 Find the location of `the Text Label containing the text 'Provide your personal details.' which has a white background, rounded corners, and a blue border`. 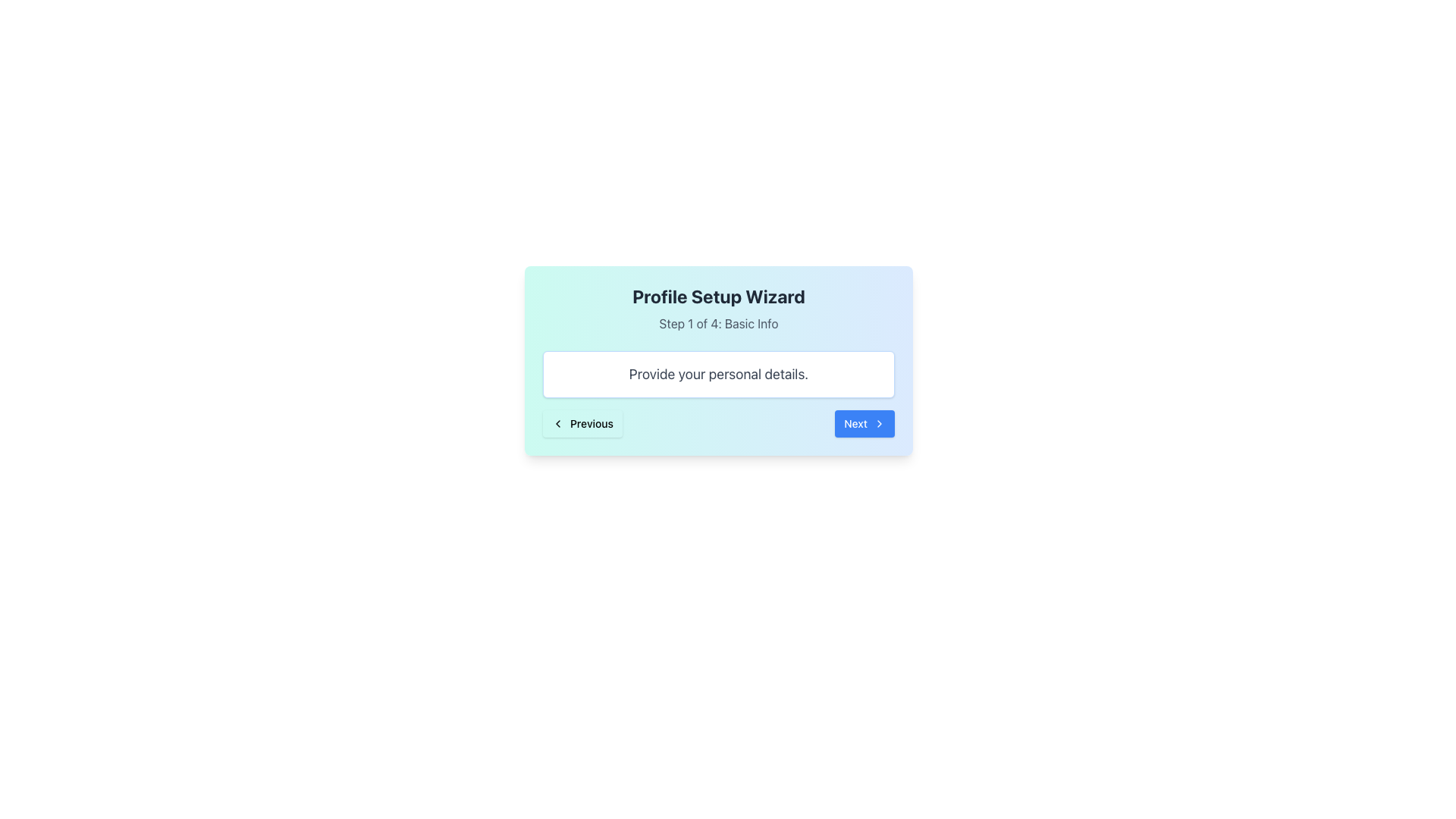

the Text Label containing the text 'Provide your personal details.' which has a white background, rounded corners, and a blue border is located at coordinates (718, 374).